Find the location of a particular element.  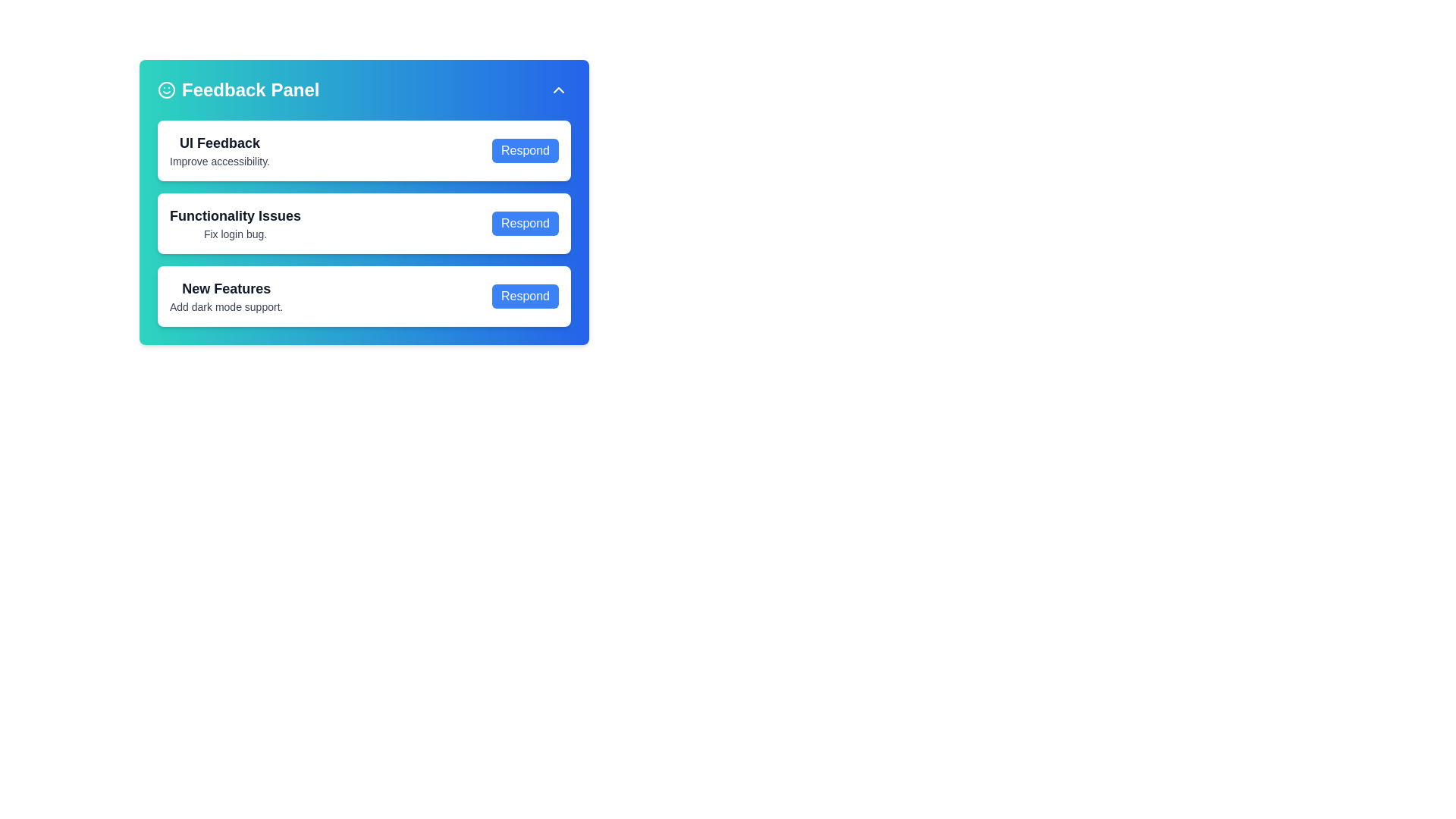

the Text block containing the heading 'New Features' and subtext 'Add dark mode support.' which is part of a card component in the feedback panel is located at coordinates (225, 296).